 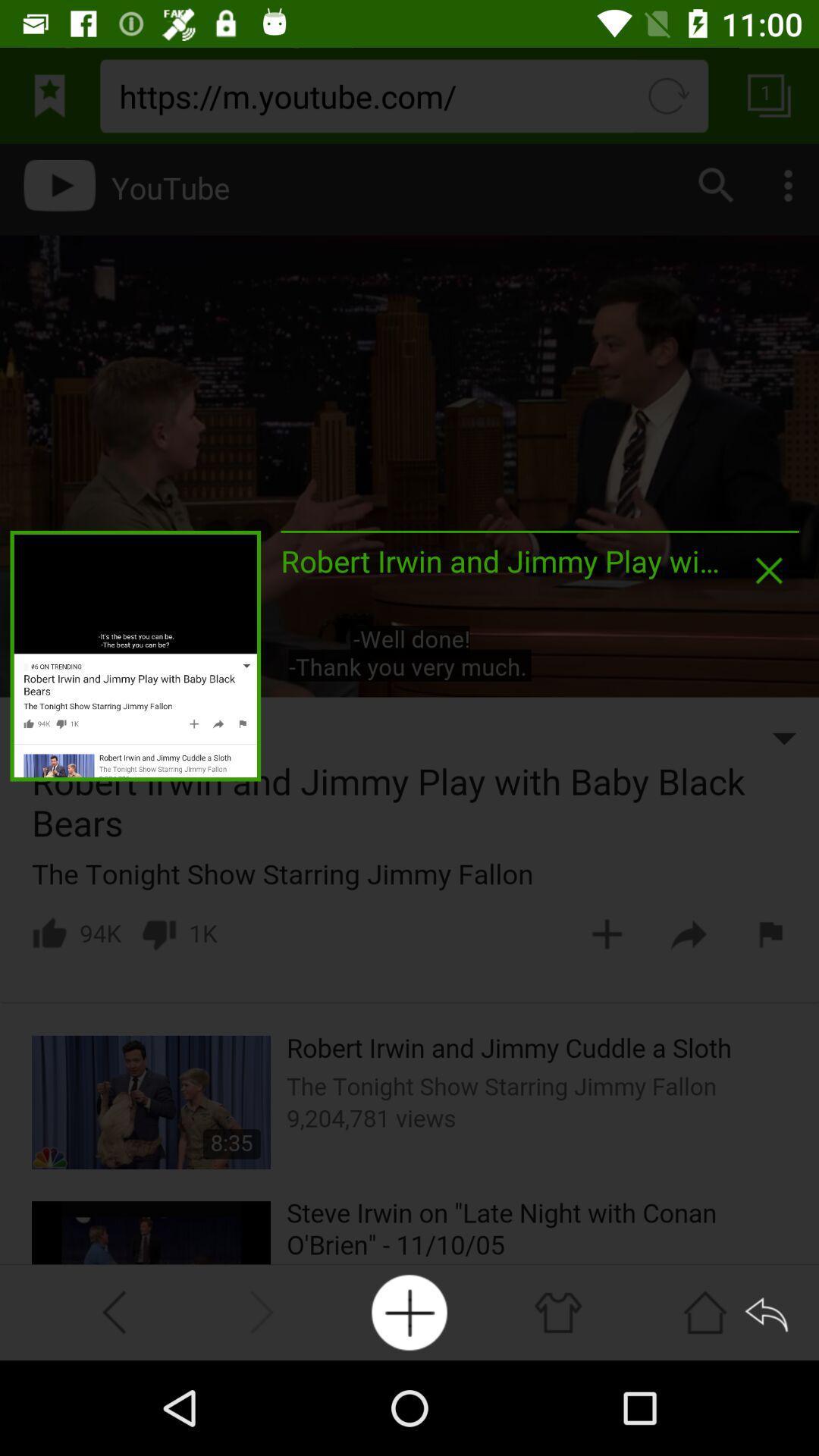 I want to click on to playlist, so click(x=409, y=1312).